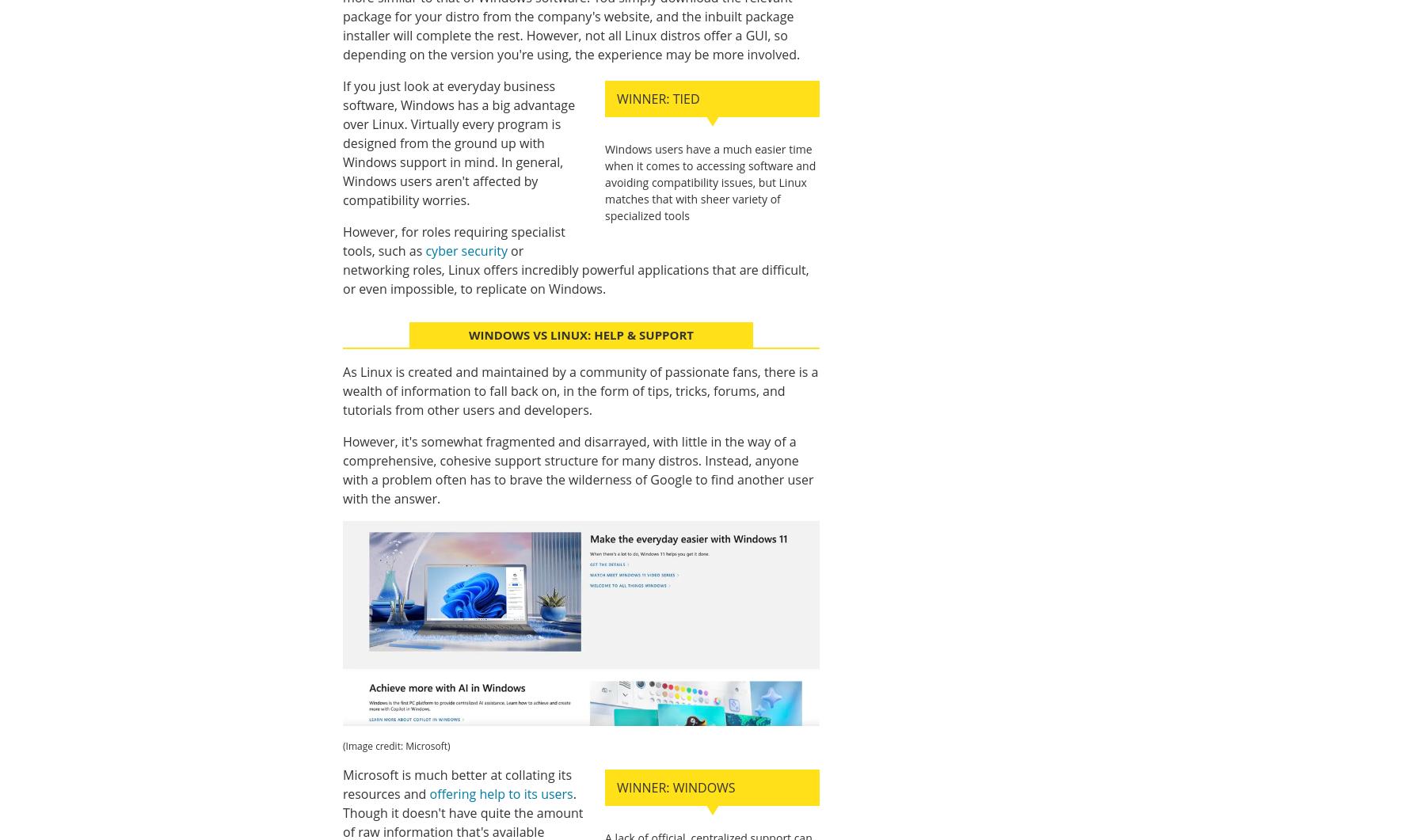  What do you see at coordinates (454, 241) in the screenshot?
I see `'However, for roles requiring specialist tools, such as'` at bounding box center [454, 241].